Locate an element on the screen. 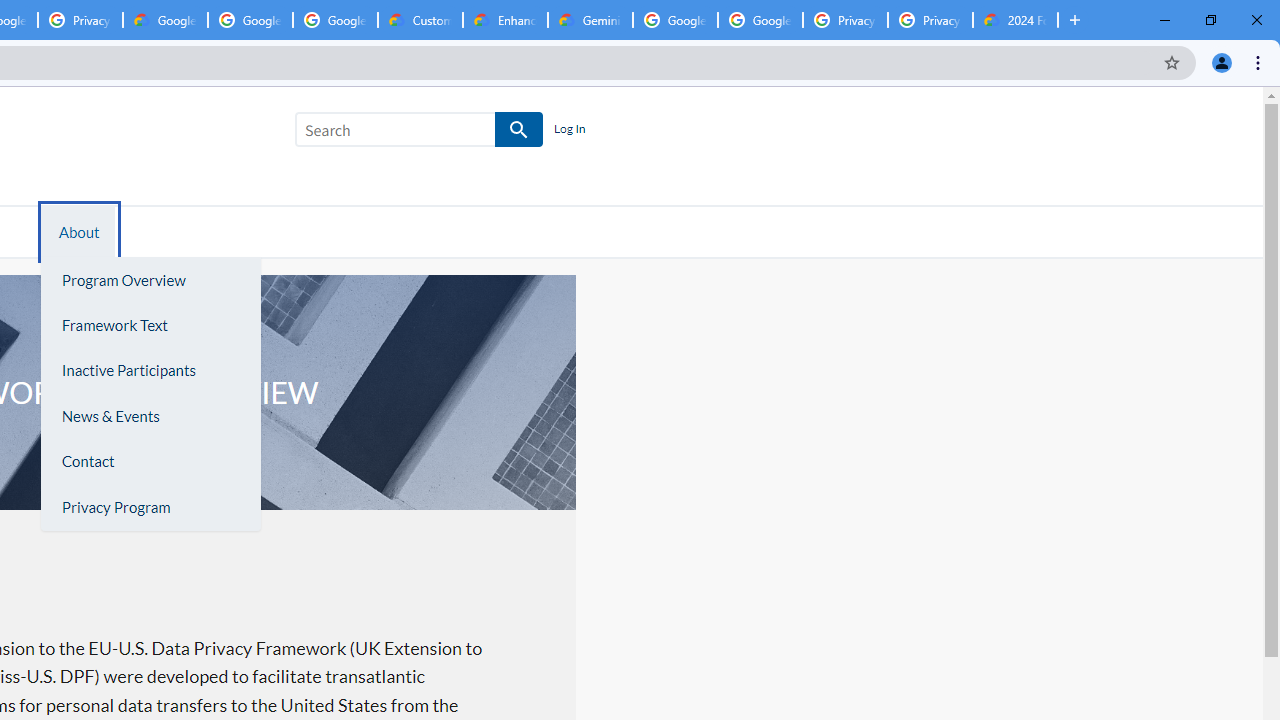 Image resolution: width=1280 pixels, height=720 pixels. 'Inactive Participants' is located at coordinates (149, 370).